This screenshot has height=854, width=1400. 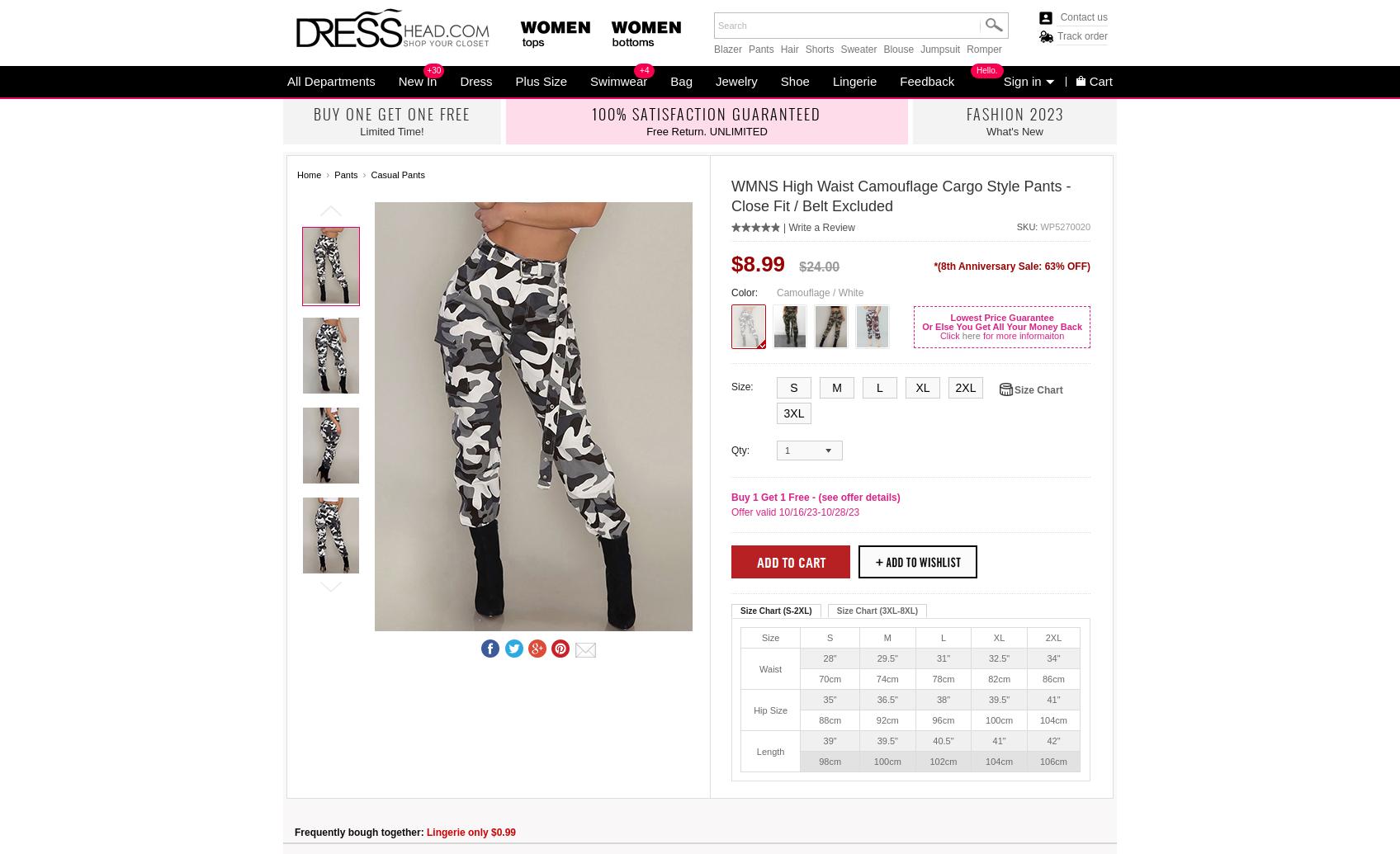 I want to click on '32.5"', so click(x=997, y=657).